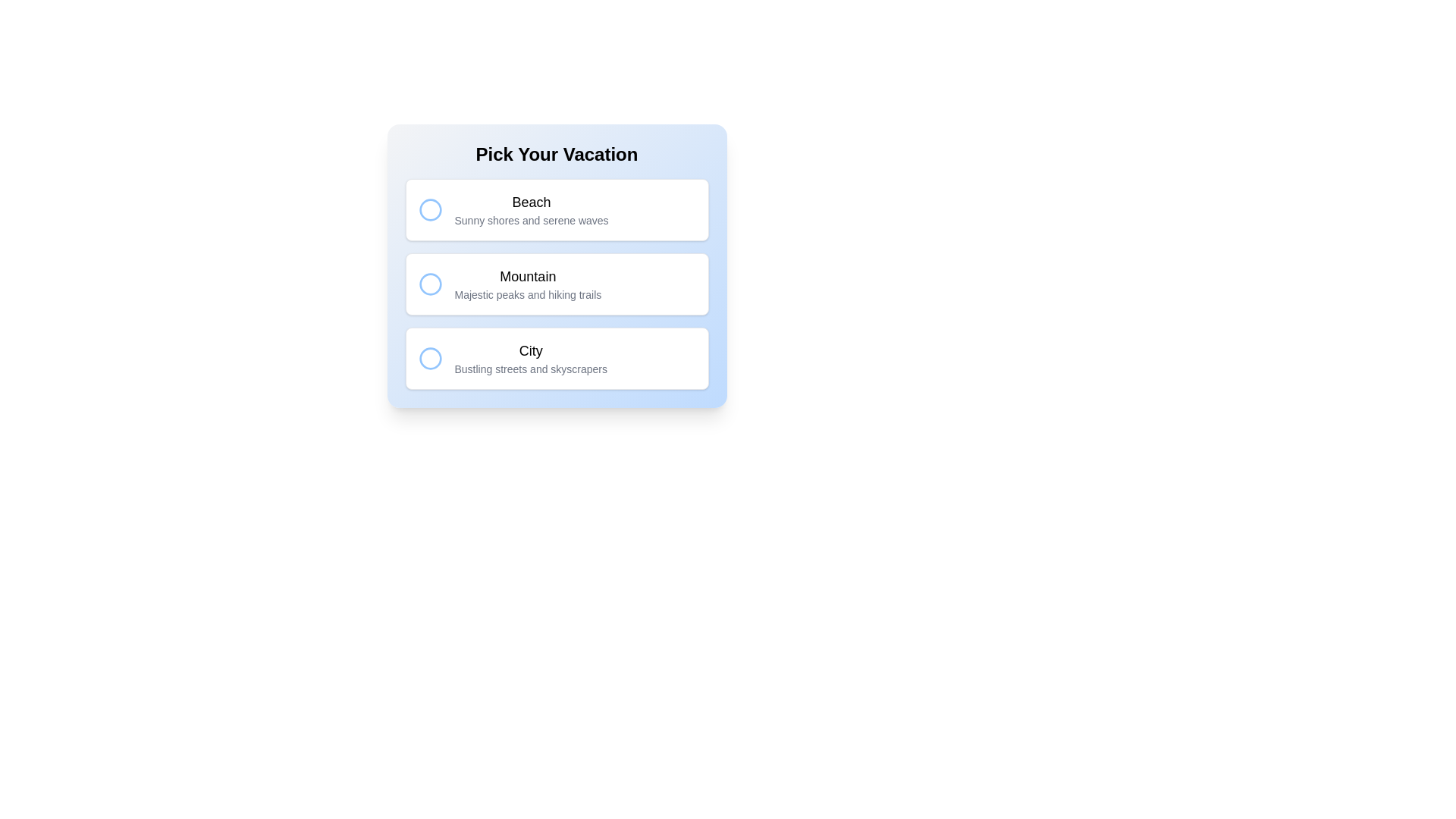 The height and width of the screenshot is (819, 1456). Describe the element at coordinates (528, 284) in the screenshot. I see `the descriptive label for the 'Mountain' option, which is the second item in a vertically aligned list within a card component, located below the 'Beach' option and above the 'City' option` at that location.